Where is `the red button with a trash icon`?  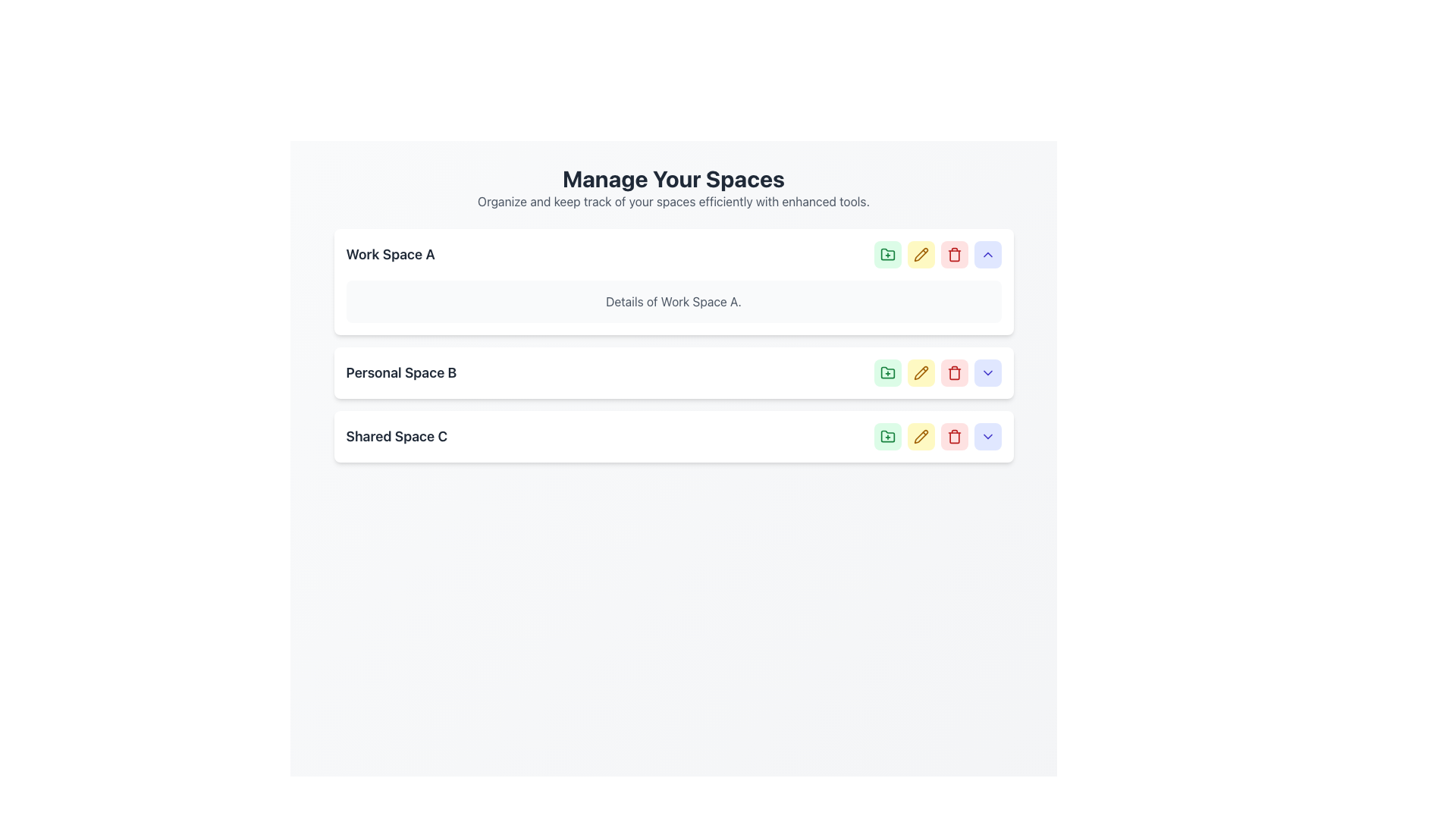
the red button with a trash icon is located at coordinates (953, 436).